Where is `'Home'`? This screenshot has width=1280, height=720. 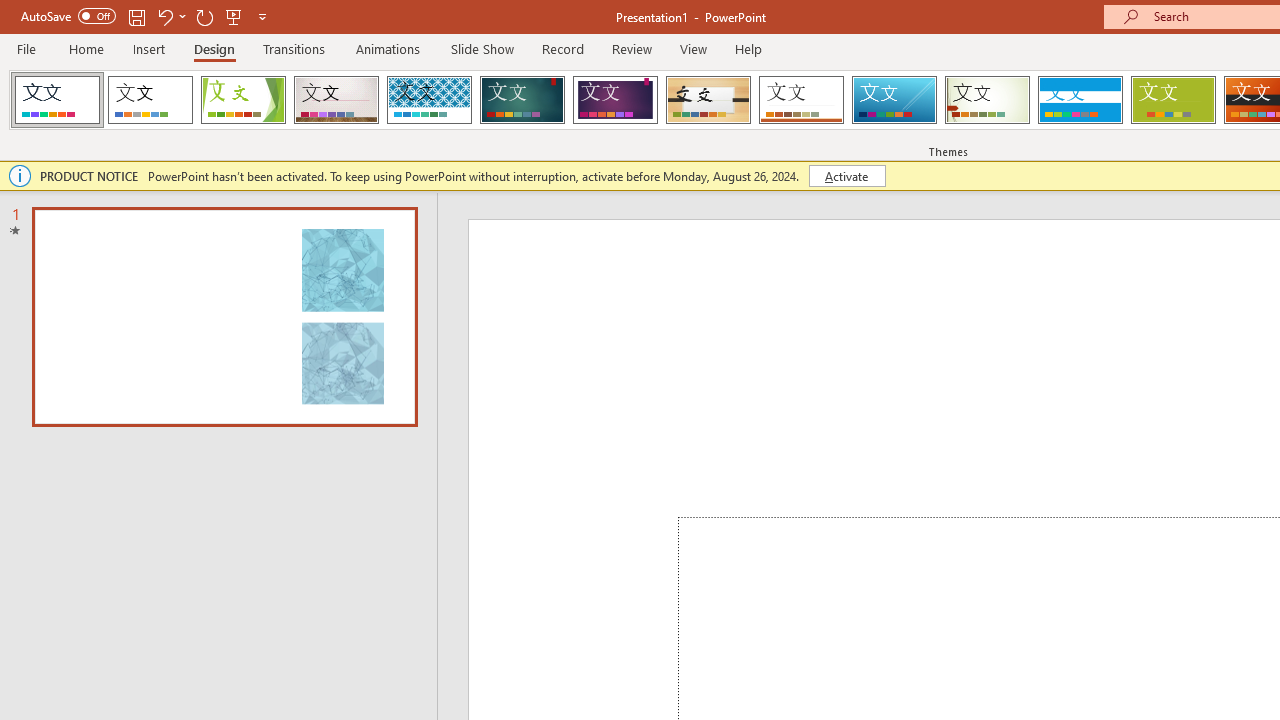
'Home' is located at coordinates (85, 48).